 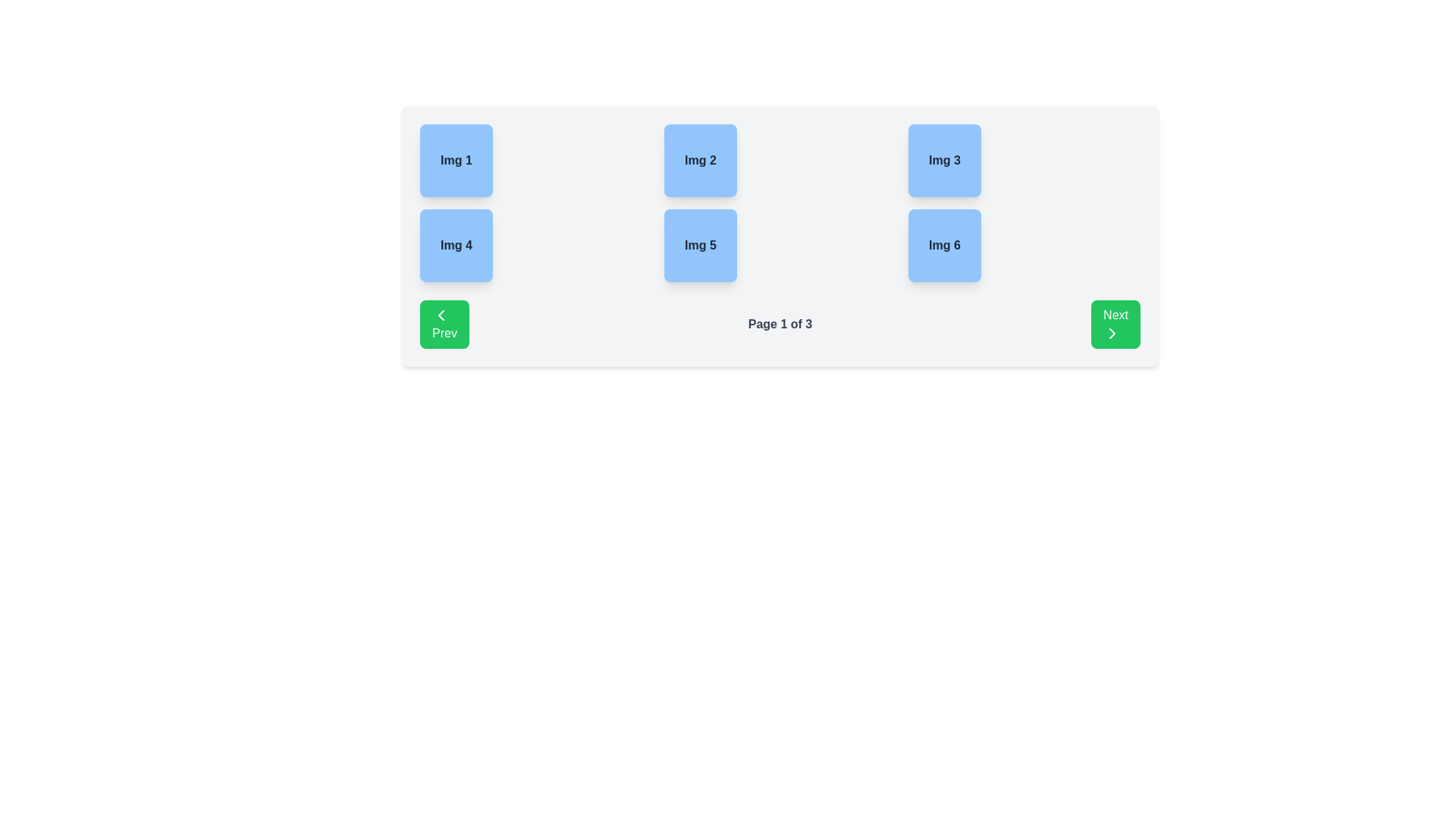 What do you see at coordinates (1112, 332) in the screenshot?
I see `the right-pointing chevron icon located within the green 'Next' button at the bottom right of the interface` at bounding box center [1112, 332].